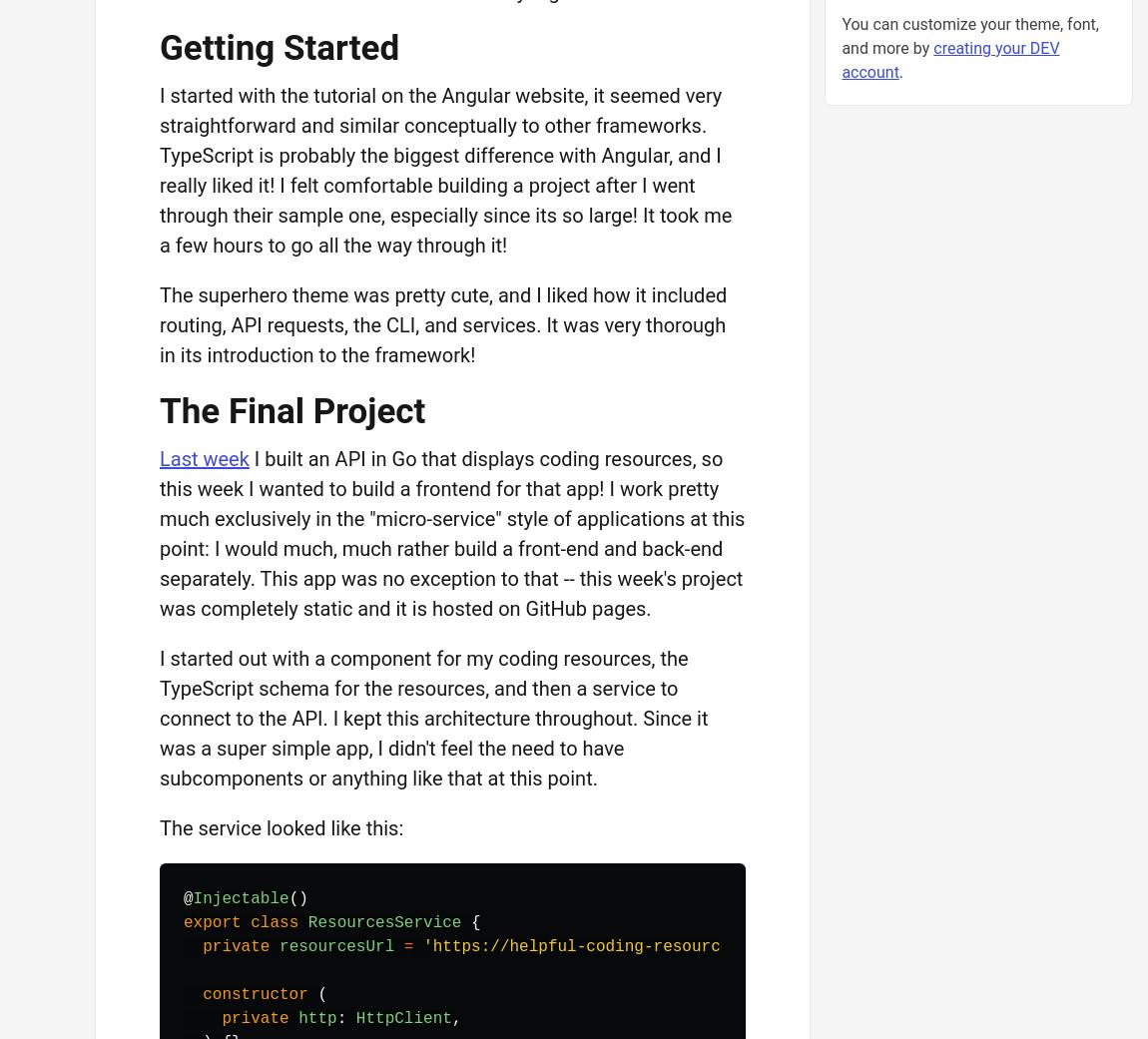  I want to click on ';', so click(982, 946).